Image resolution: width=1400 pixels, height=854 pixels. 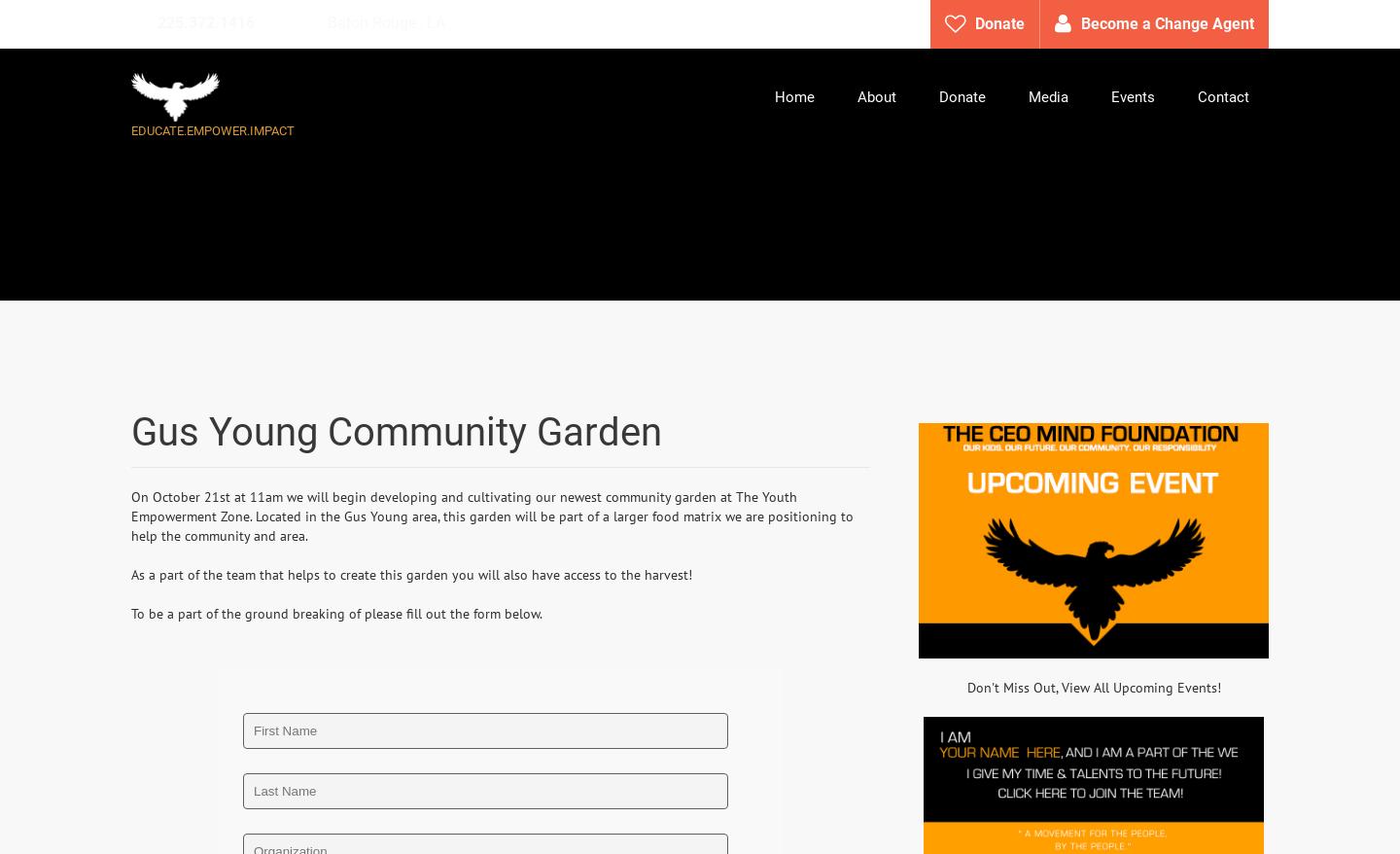 I want to click on 'As a part of the team that helps to create this garden you will also have access to the harvest!', so click(x=411, y=574).